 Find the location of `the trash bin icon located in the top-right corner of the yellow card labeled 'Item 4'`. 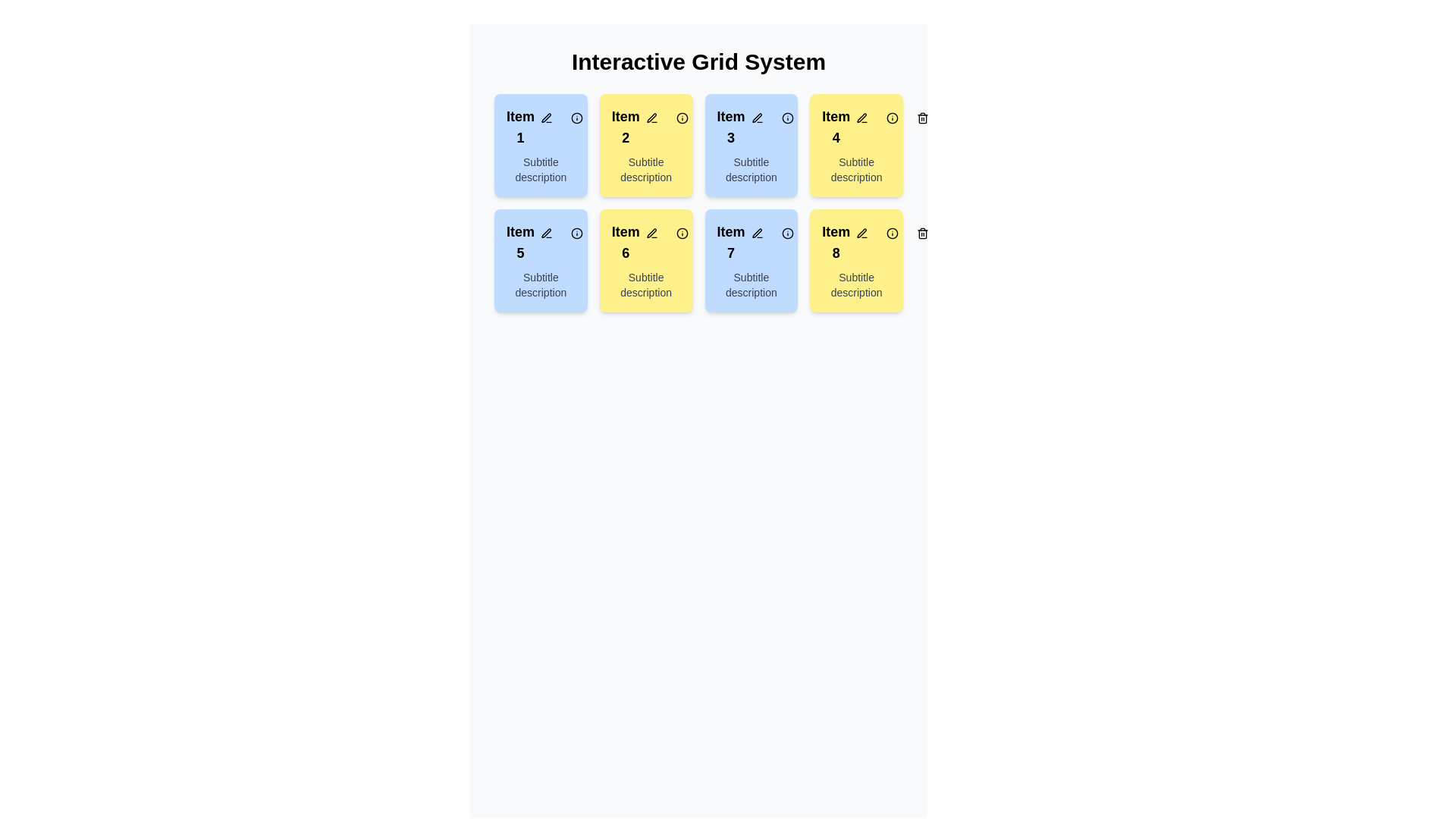

the trash bin icon located in the top-right corner of the yellow card labeled 'Item 4' is located at coordinates (817, 117).